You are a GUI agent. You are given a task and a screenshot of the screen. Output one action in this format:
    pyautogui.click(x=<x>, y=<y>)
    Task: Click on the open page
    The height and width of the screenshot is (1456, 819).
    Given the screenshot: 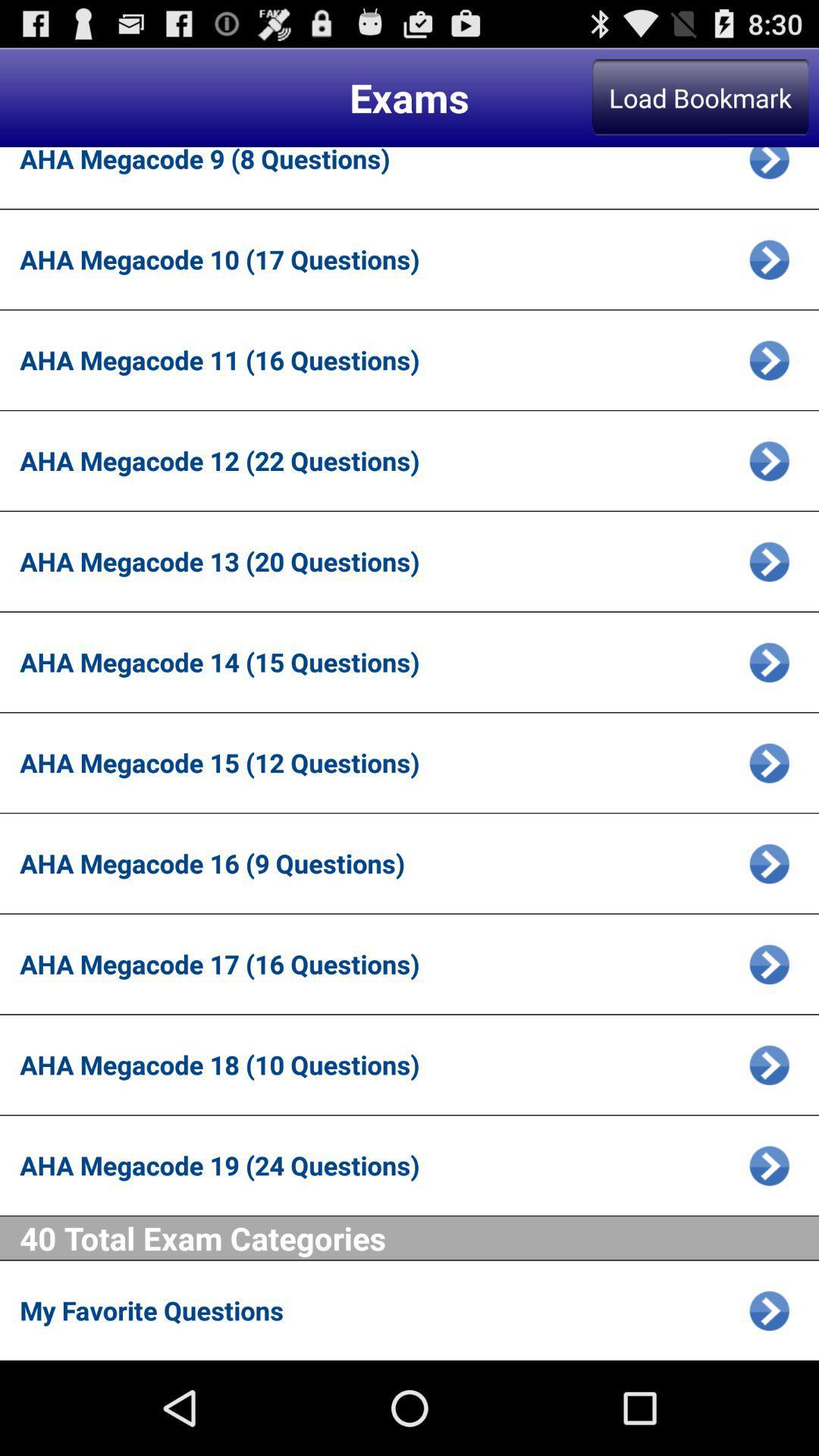 What is the action you would take?
    pyautogui.click(x=769, y=1064)
    